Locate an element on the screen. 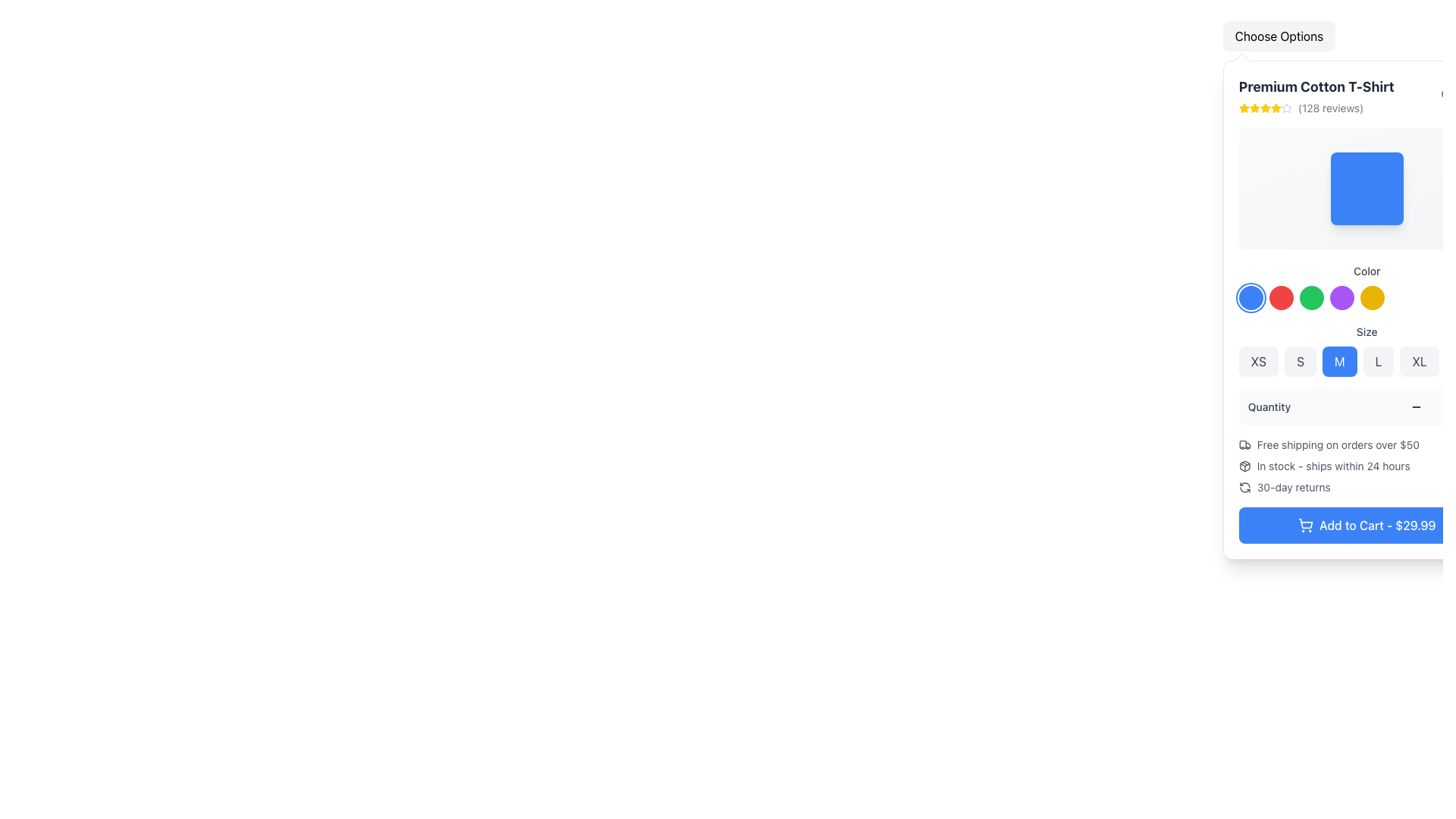  the review count text label located on the top-right section of the interface, adjacent to the star rating component and below the product name 'Premium Cotton T-Shirt' is located at coordinates (1330, 107).